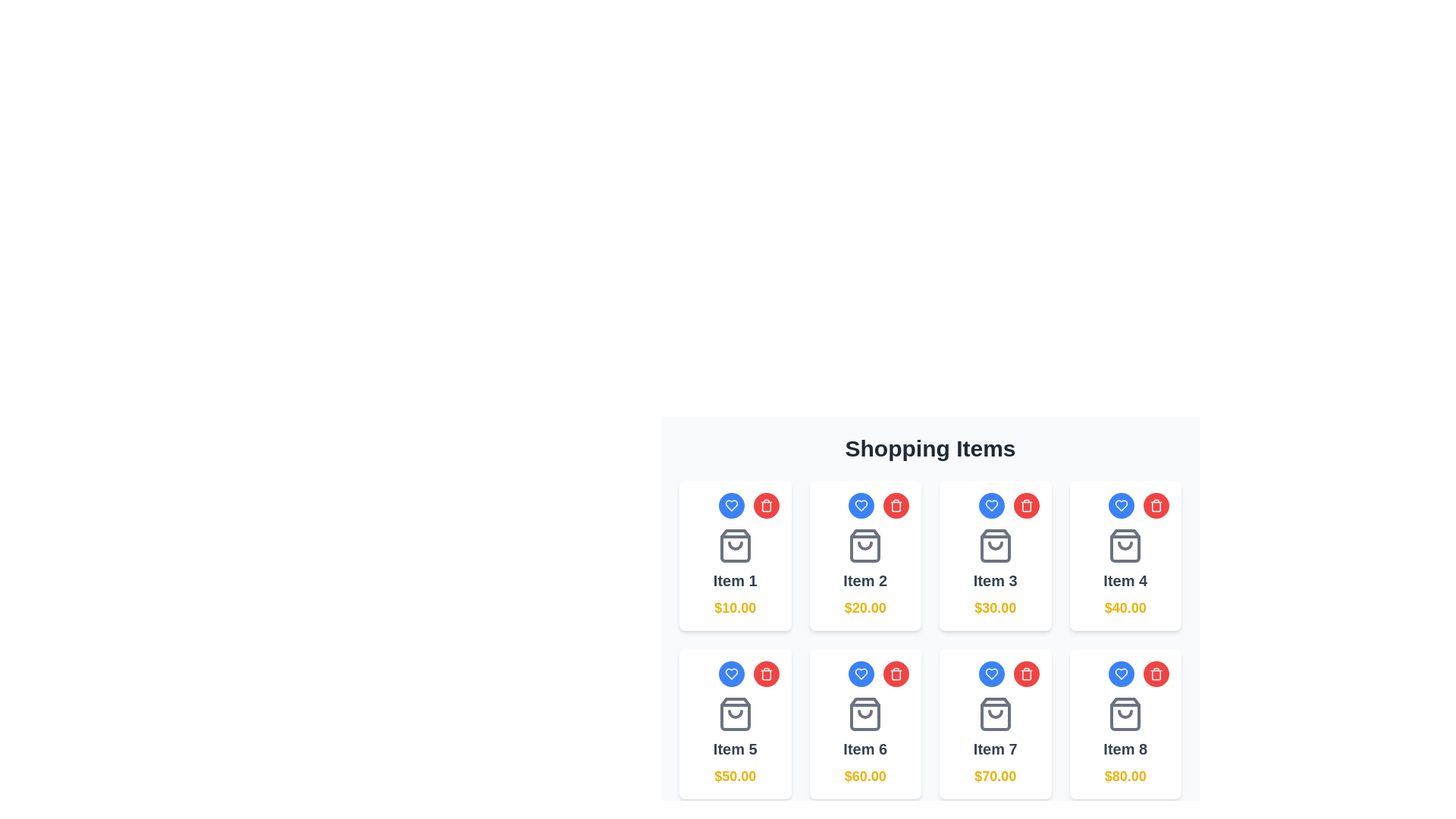 This screenshot has width=1456, height=819. Describe the element at coordinates (861, 673) in the screenshot. I see `the heart-shaped icon button with a blue background located at the top-left corner of the 'Item 6' card for accessibility` at that location.